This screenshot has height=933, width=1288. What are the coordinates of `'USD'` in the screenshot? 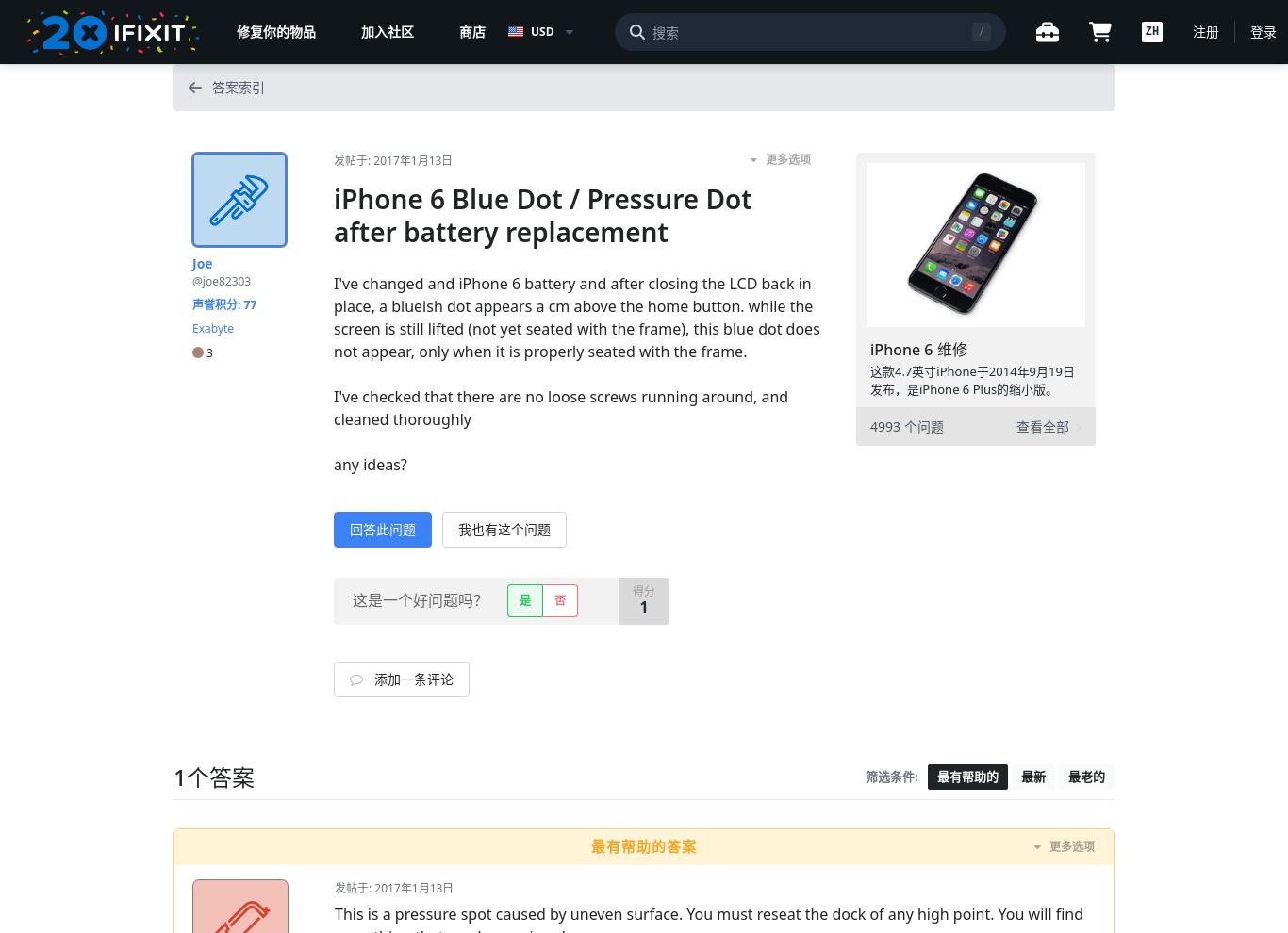 It's located at (531, 30).